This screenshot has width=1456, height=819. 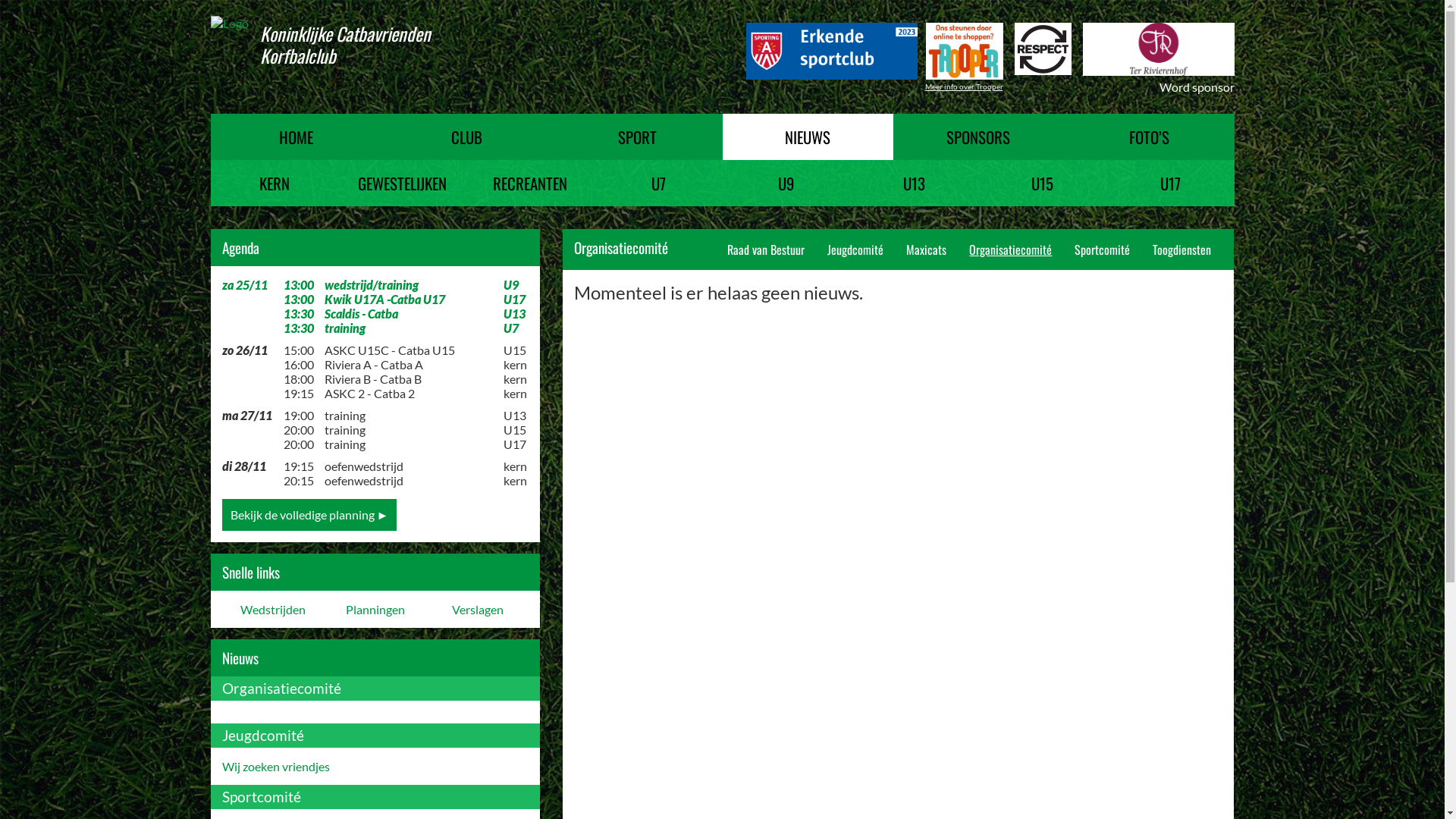 What do you see at coordinates (530, 182) in the screenshot?
I see `'RECREANTEN'` at bounding box center [530, 182].